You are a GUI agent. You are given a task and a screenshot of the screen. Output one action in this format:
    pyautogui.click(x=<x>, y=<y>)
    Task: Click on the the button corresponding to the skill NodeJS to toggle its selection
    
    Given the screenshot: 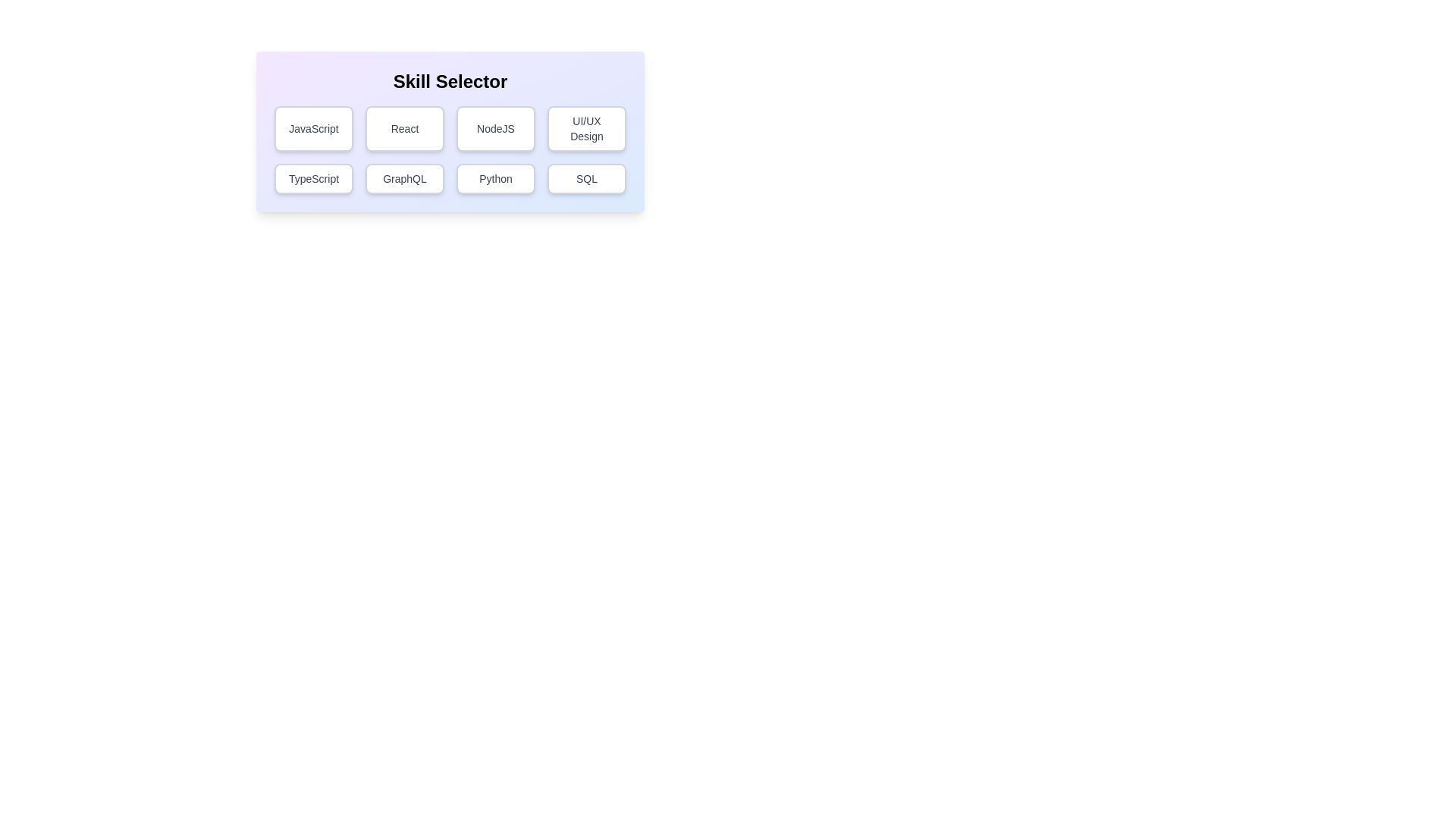 What is the action you would take?
    pyautogui.click(x=495, y=127)
    